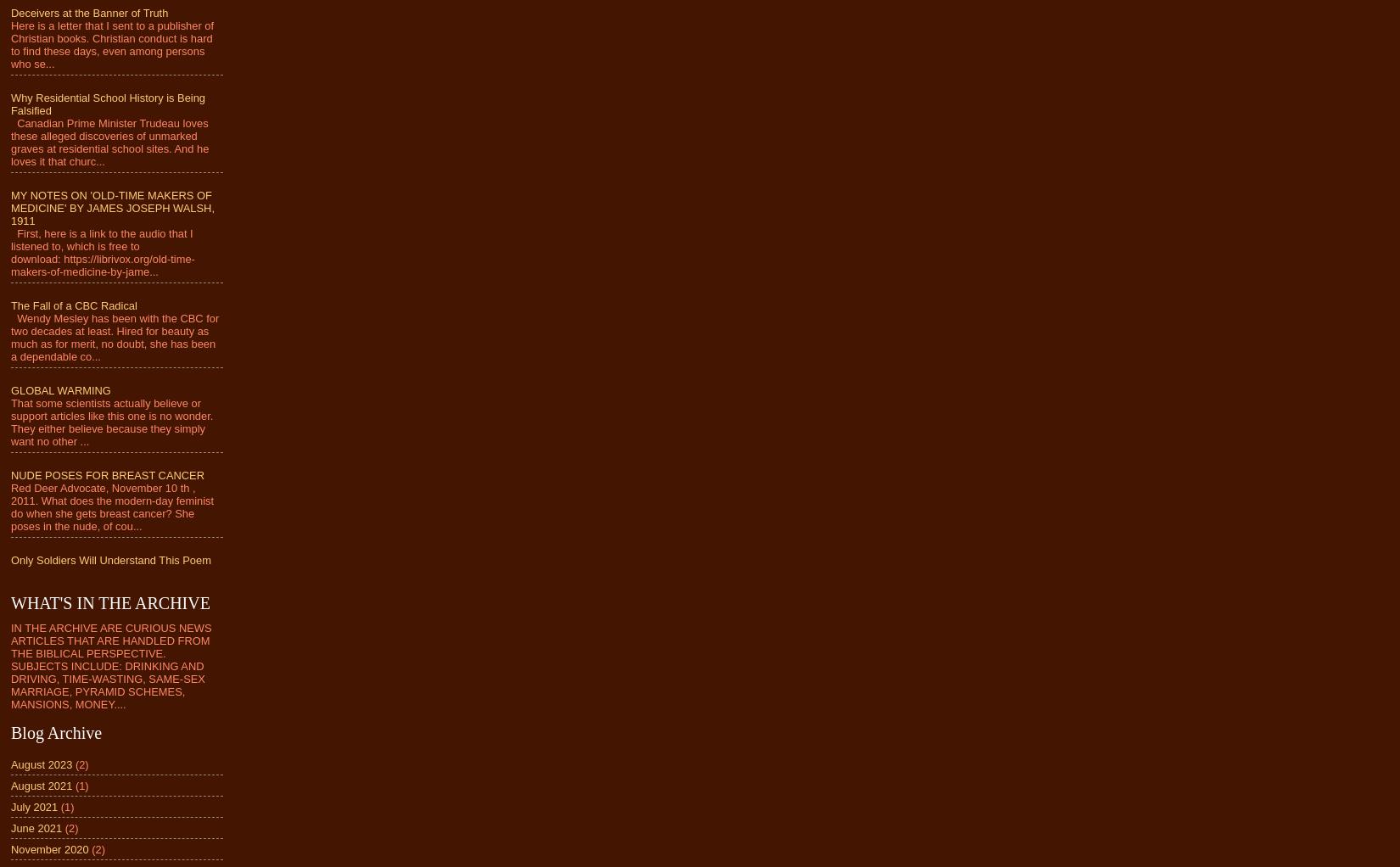  What do you see at coordinates (115, 336) in the screenshot?
I see `'Wendy Mesley has been with the CBC for two decades at least. Hired for beauty as much as for merit, no doubt, she has been a dependable co...'` at bounding box center [115, 336].